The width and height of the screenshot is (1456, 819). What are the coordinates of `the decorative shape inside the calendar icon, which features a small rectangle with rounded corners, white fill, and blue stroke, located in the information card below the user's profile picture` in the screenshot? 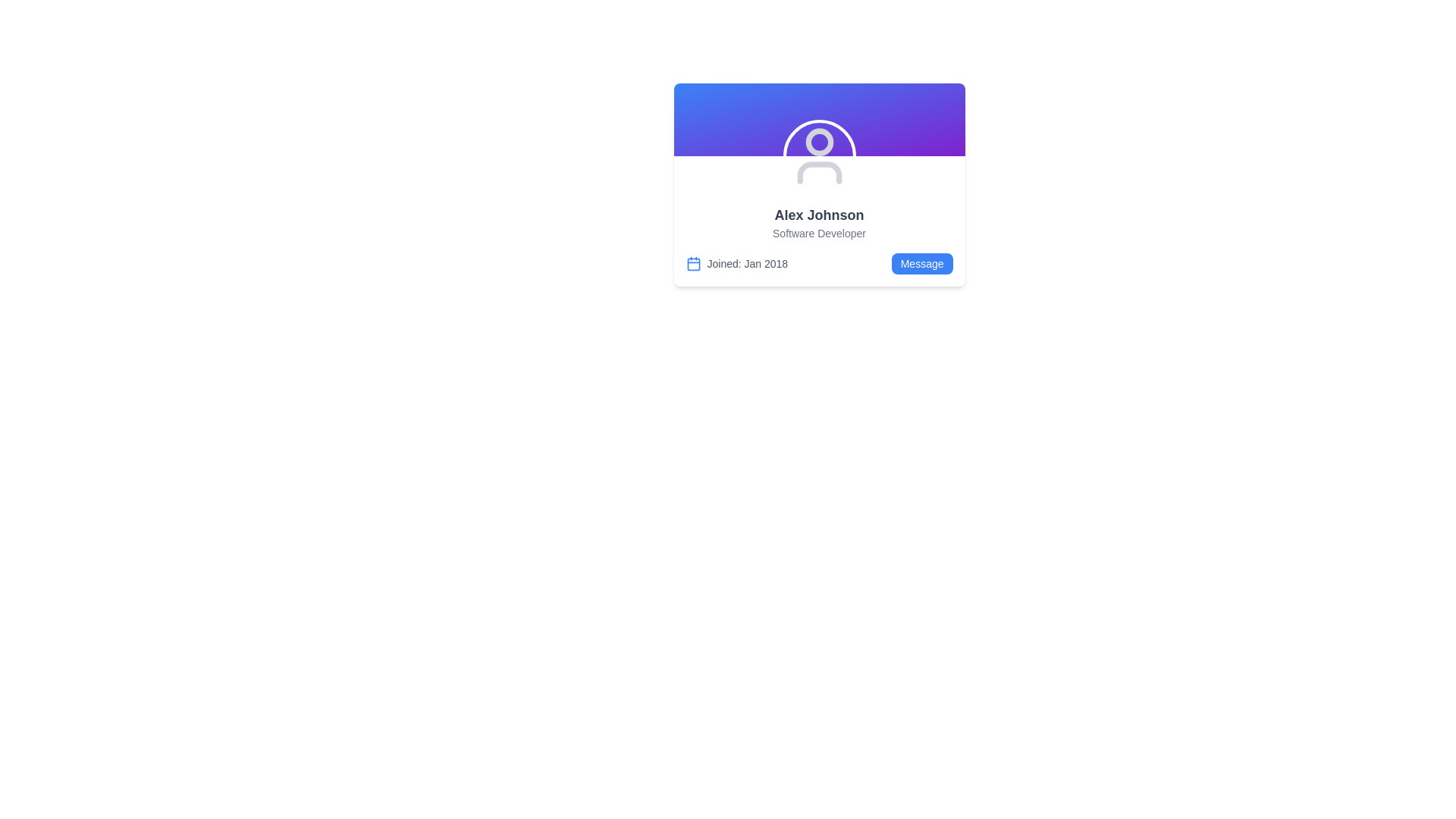 It's located at (692, 263).